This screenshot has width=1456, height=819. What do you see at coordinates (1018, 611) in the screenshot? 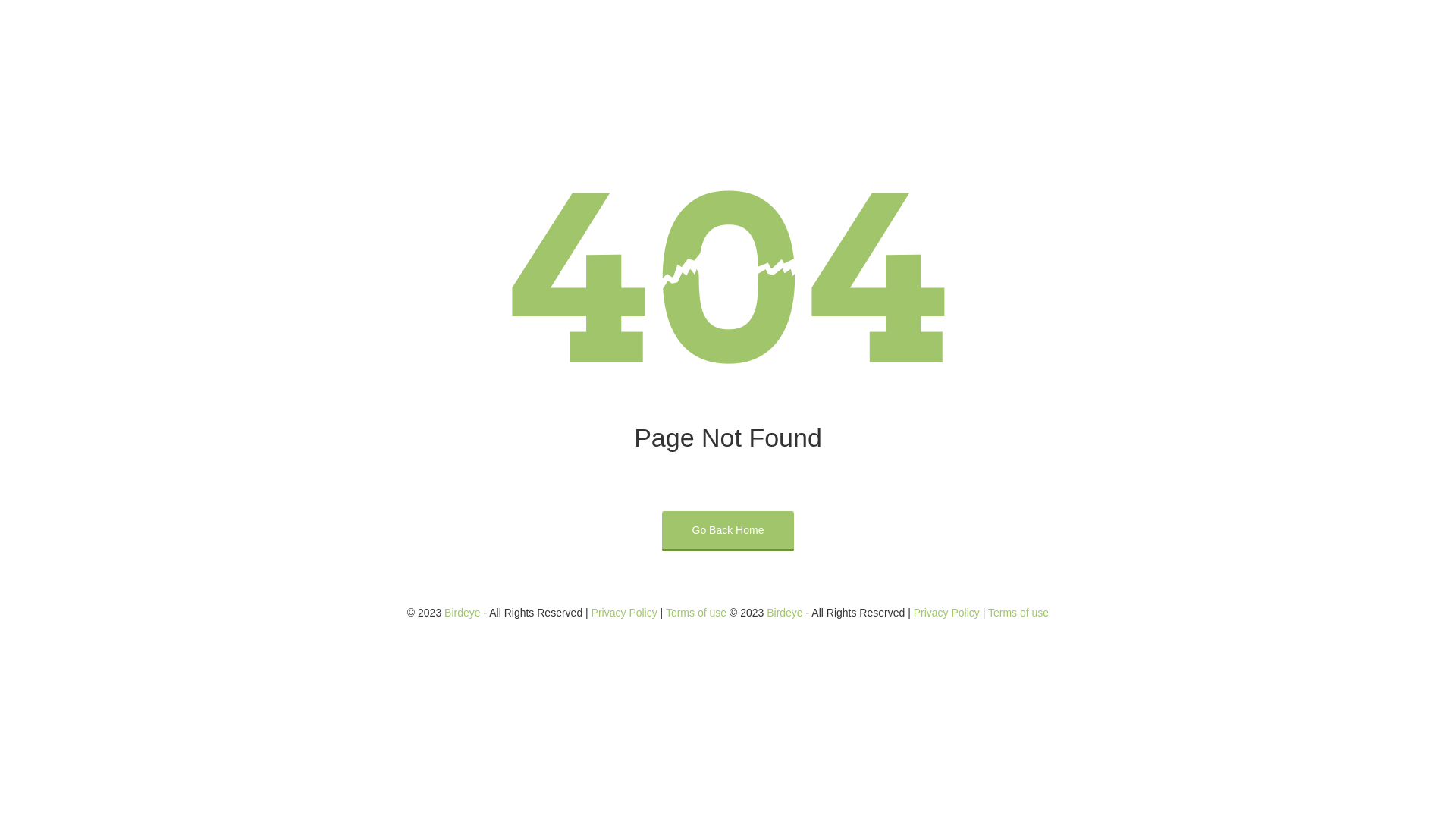
I see `'Terms of use'` at bounding box center [1018, 611].